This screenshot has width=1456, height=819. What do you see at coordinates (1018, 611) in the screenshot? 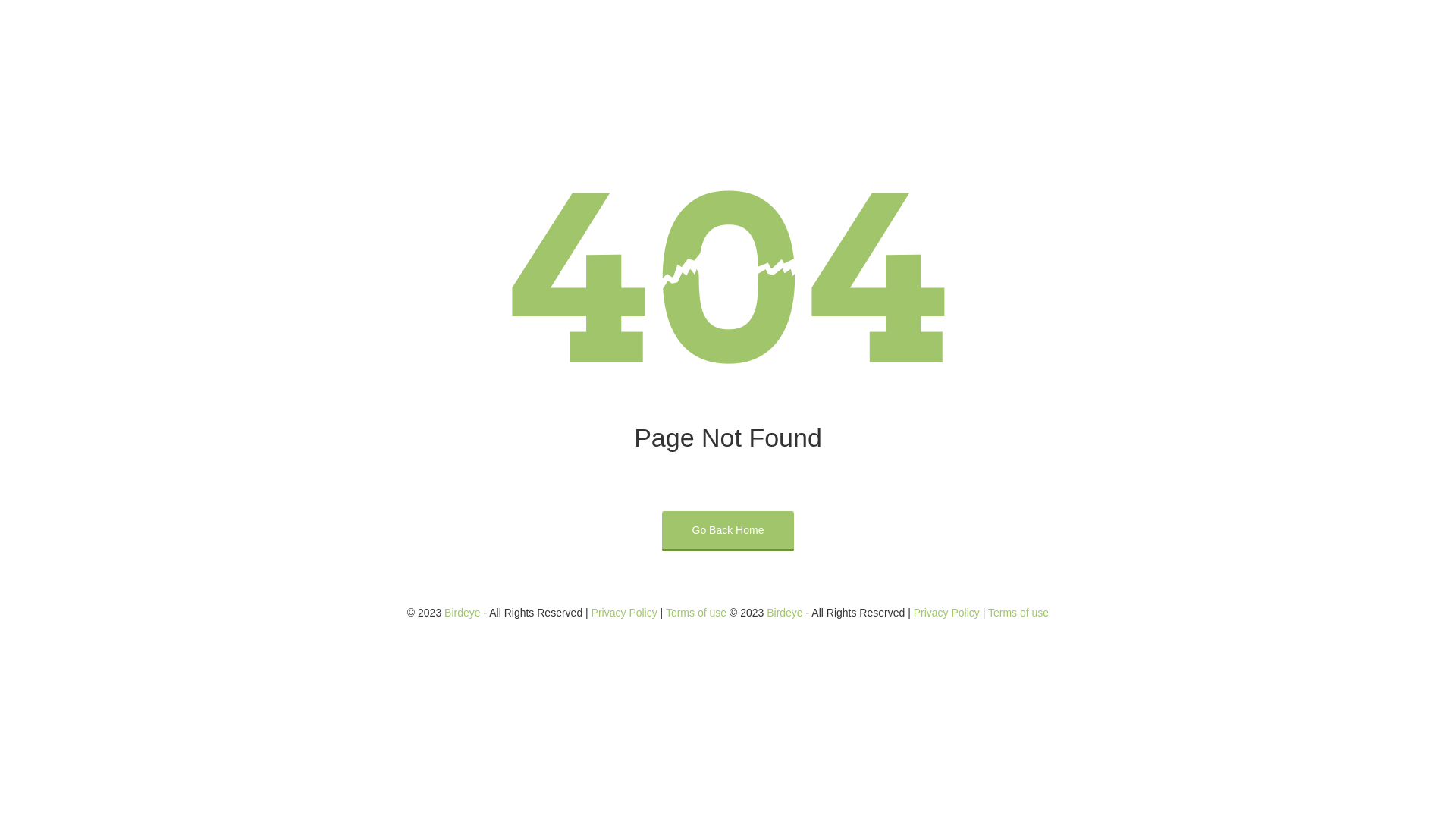
I see `'Terms of use'` at bounding box center [1018, 611].